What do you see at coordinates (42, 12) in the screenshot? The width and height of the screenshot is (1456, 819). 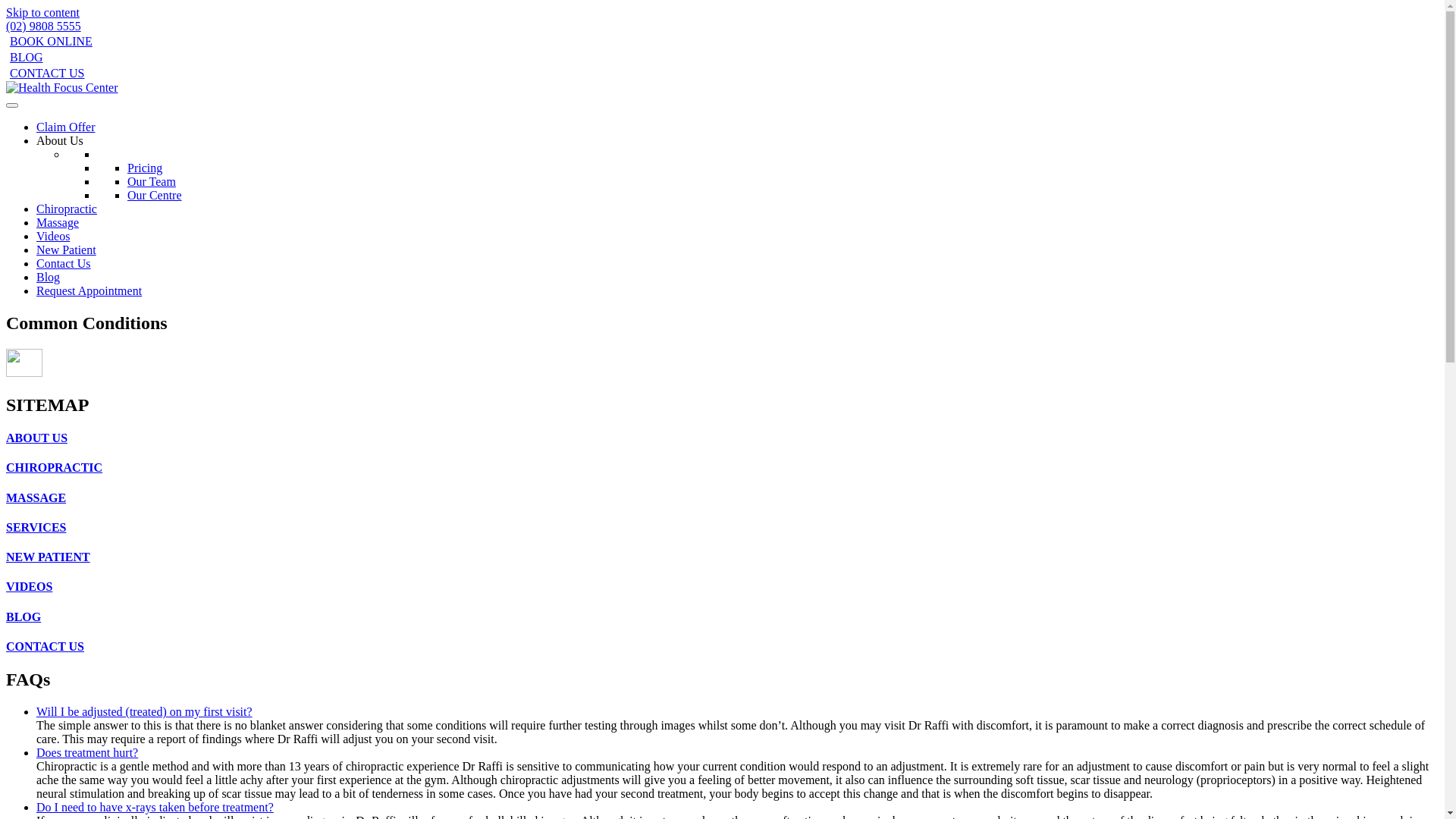 I see `'Skip to content'` at bounding box center [42, 12].